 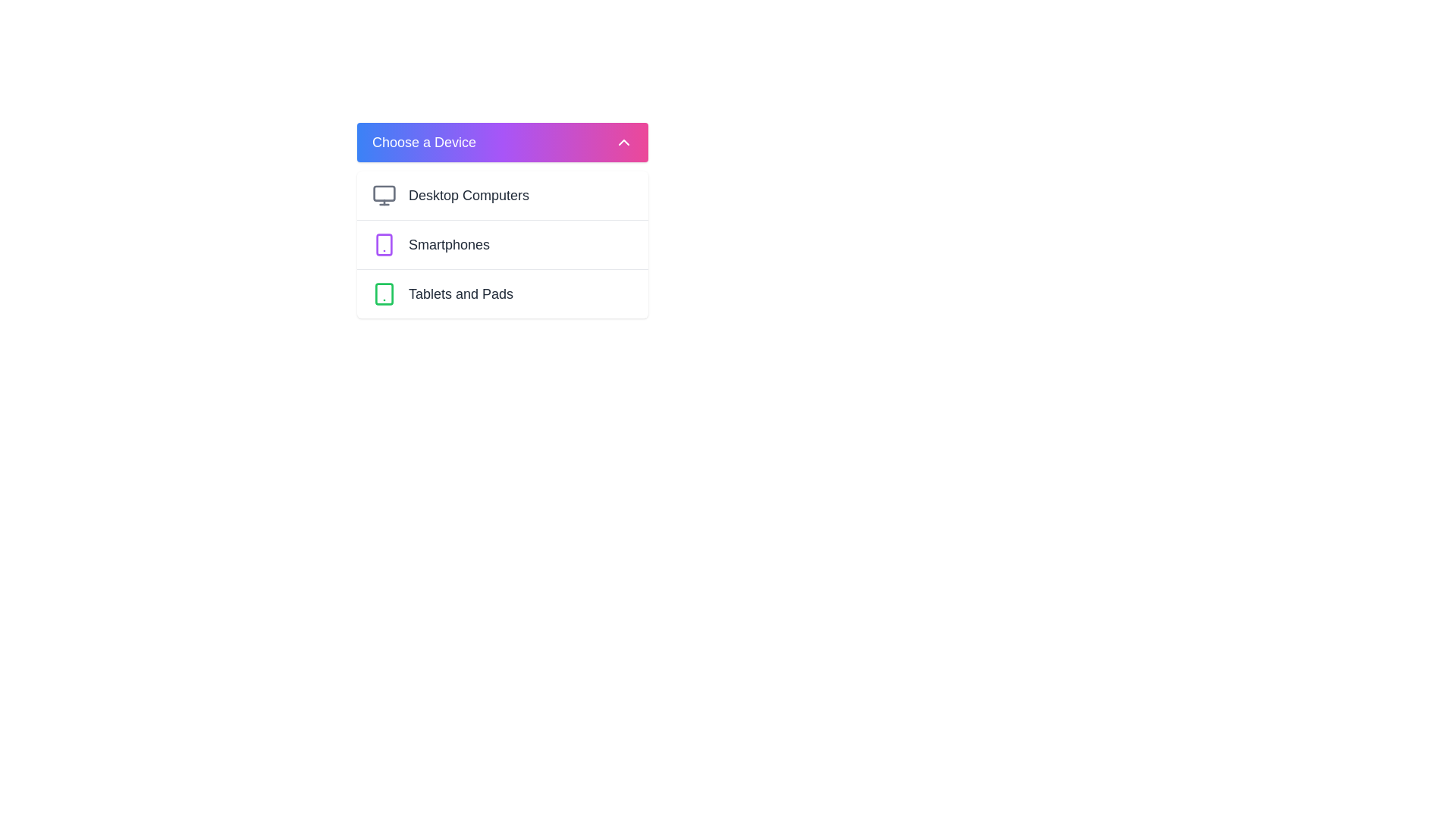 What do you see at coordinates (460, 294) in the screenshot?
I see `the 'Tablets and Pads' text label in the device selection menu` at bounding box center [460, 294].